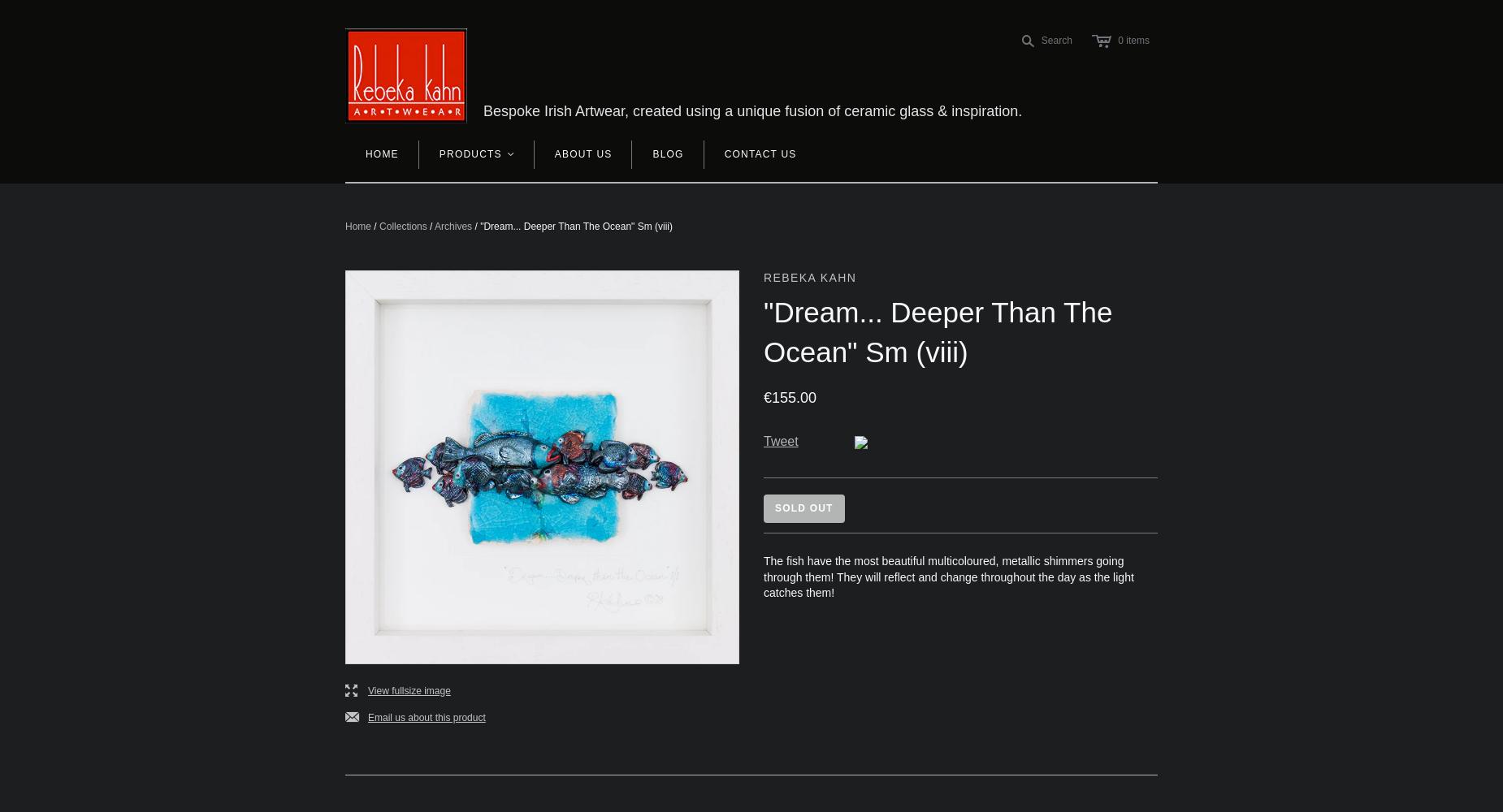 This screenshot has width=1503, height=812. Describe the element at coordinates (553, 153) in the screenshot. I see `'About Us'` at that location.